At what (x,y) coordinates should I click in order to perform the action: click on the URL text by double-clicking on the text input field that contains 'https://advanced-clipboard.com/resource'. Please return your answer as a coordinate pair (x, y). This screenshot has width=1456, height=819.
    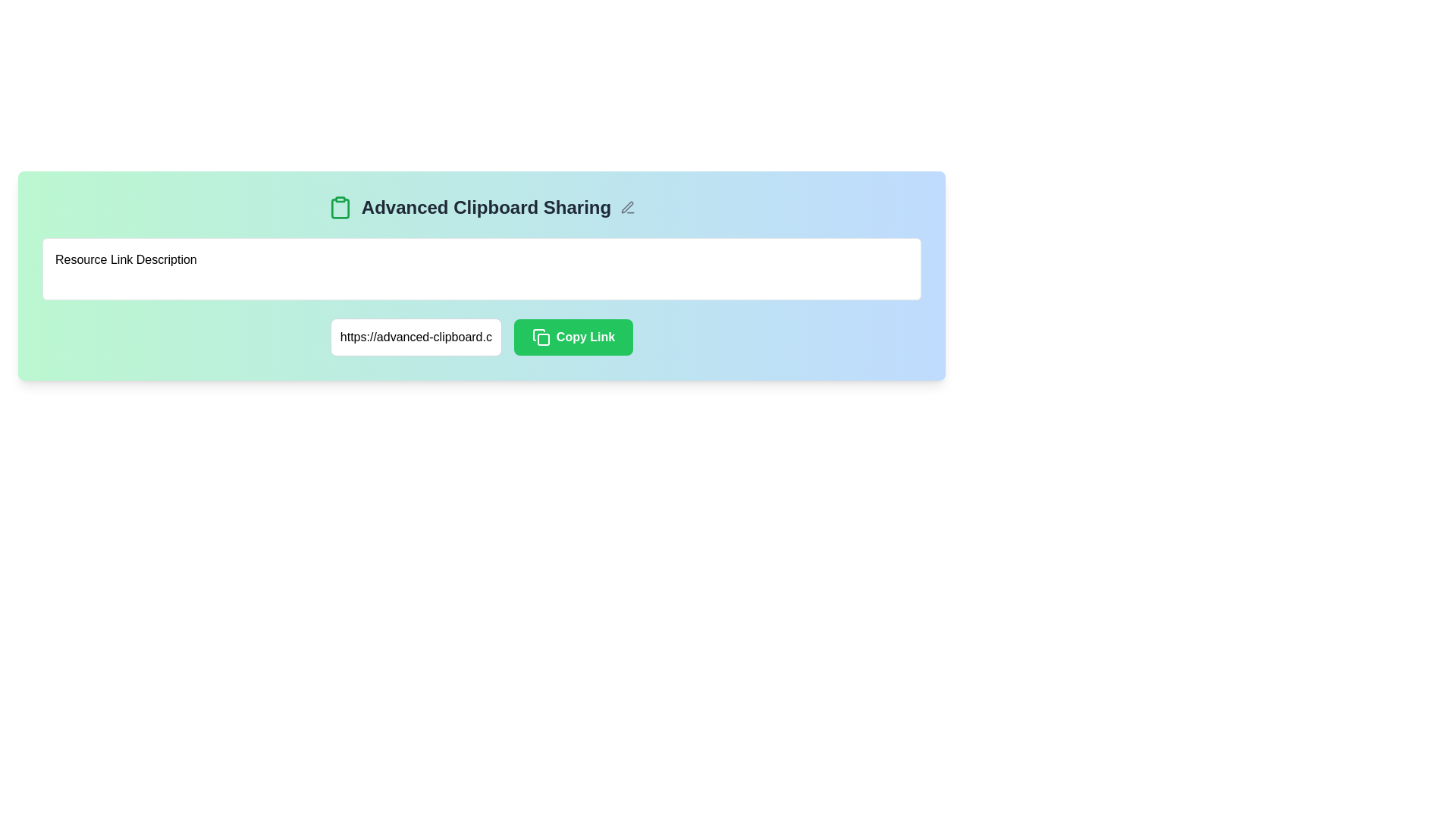
    Looking at the image, I should click on (416, 336).